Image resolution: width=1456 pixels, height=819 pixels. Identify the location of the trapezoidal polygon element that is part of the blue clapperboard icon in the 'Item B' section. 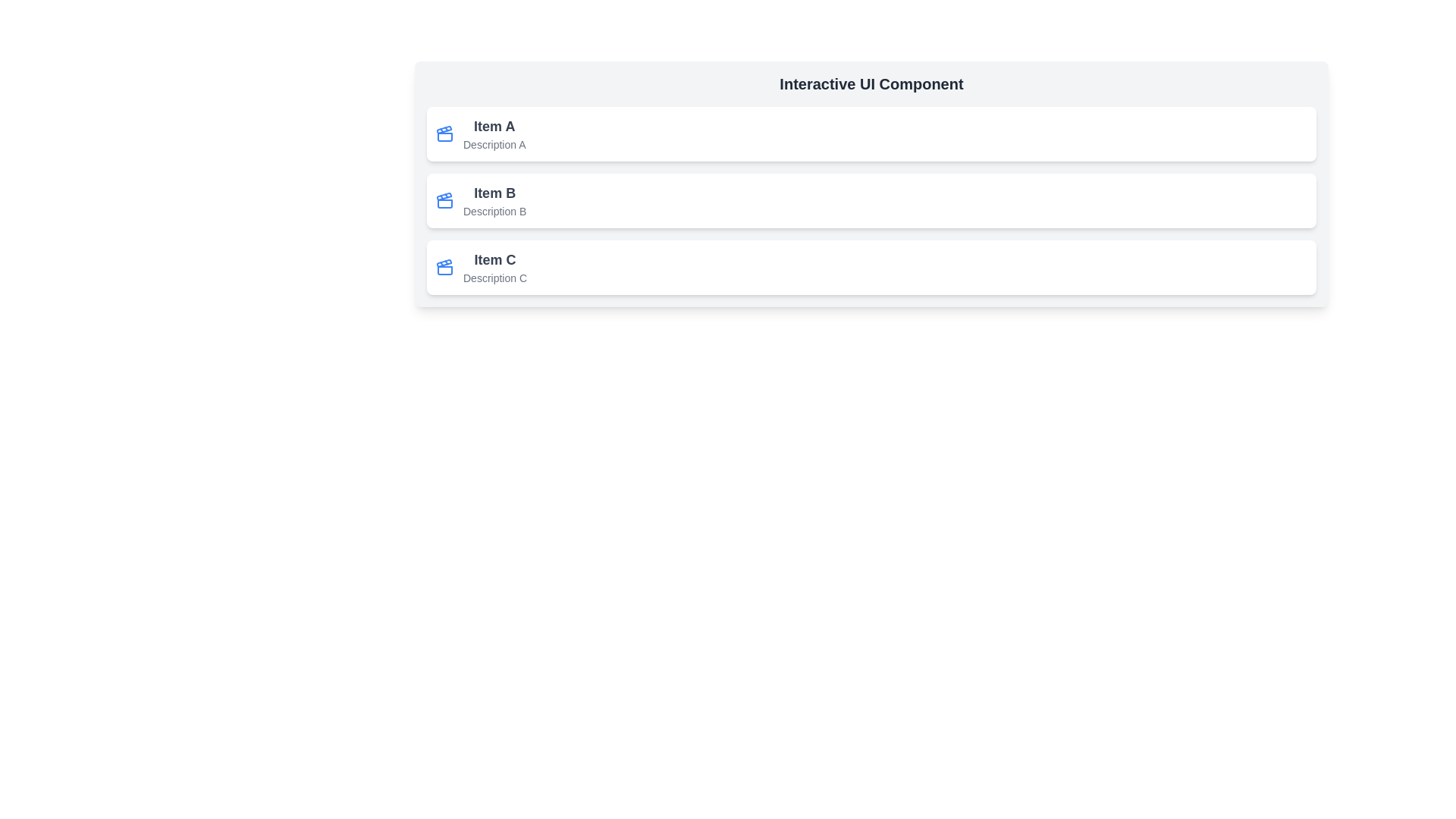
(444, 196).